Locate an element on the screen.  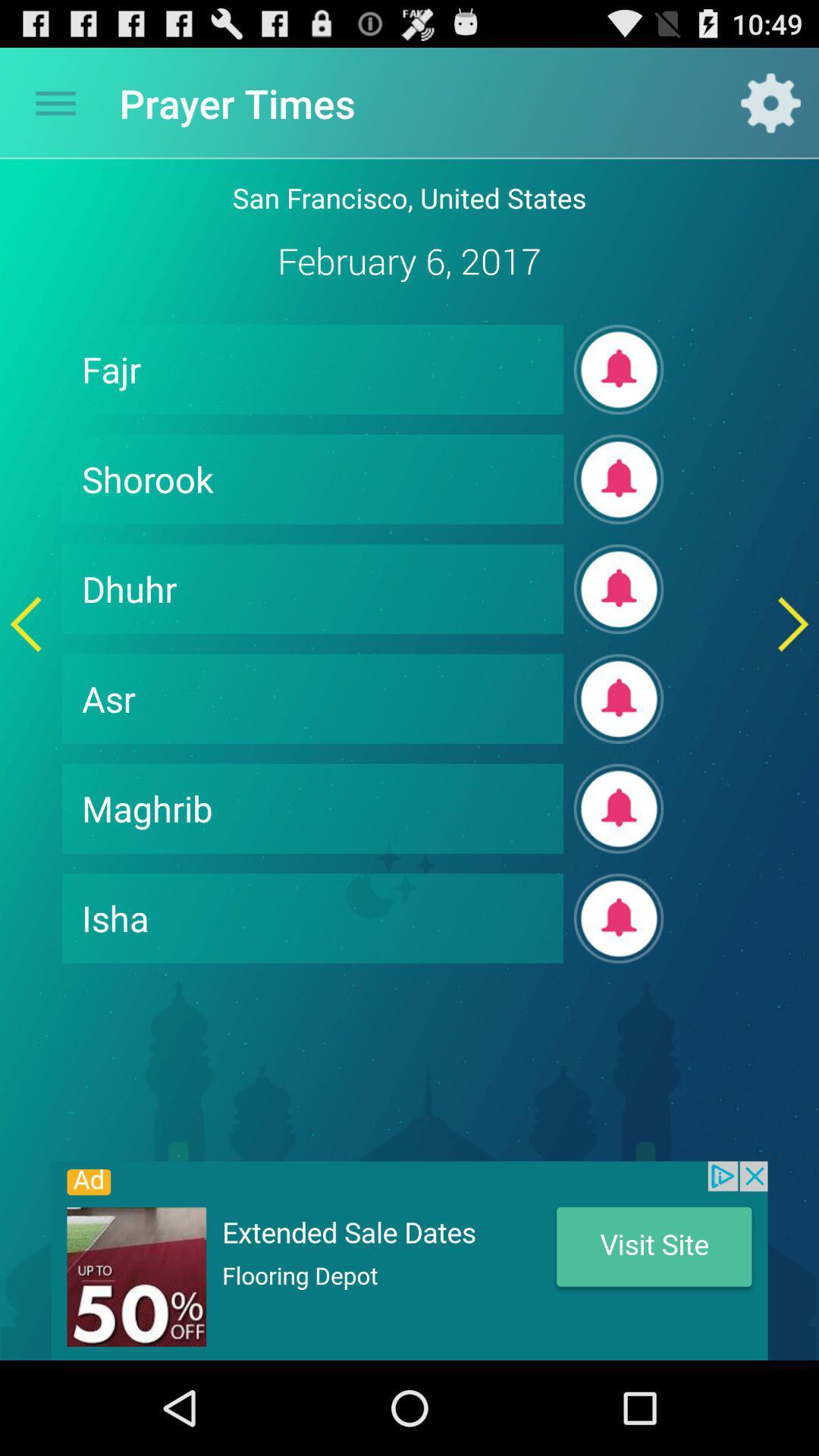
turn on notification is located at coordinates (619, 369).